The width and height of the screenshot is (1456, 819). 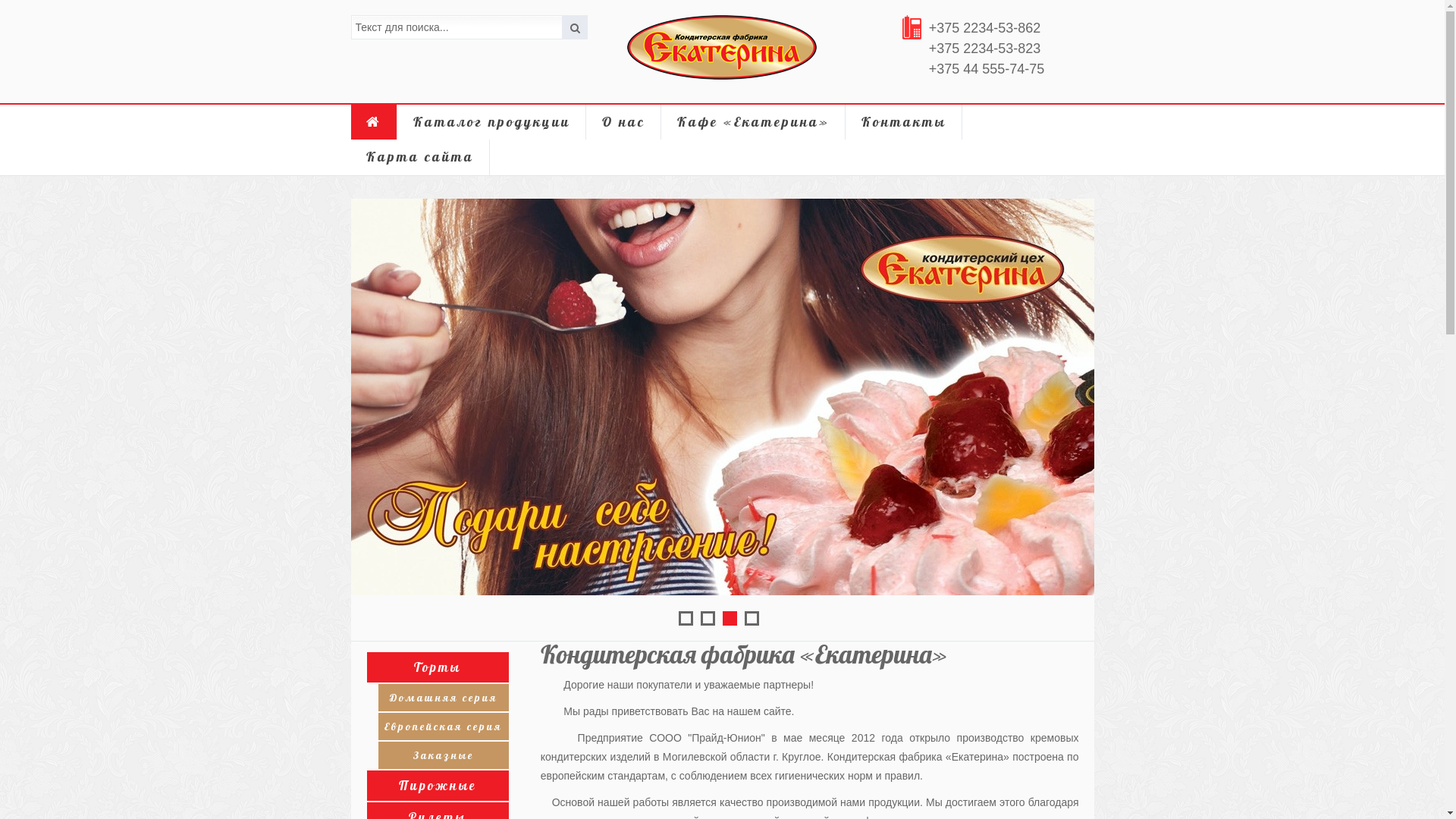 I want to click on '1', so click(x=684, y=618).